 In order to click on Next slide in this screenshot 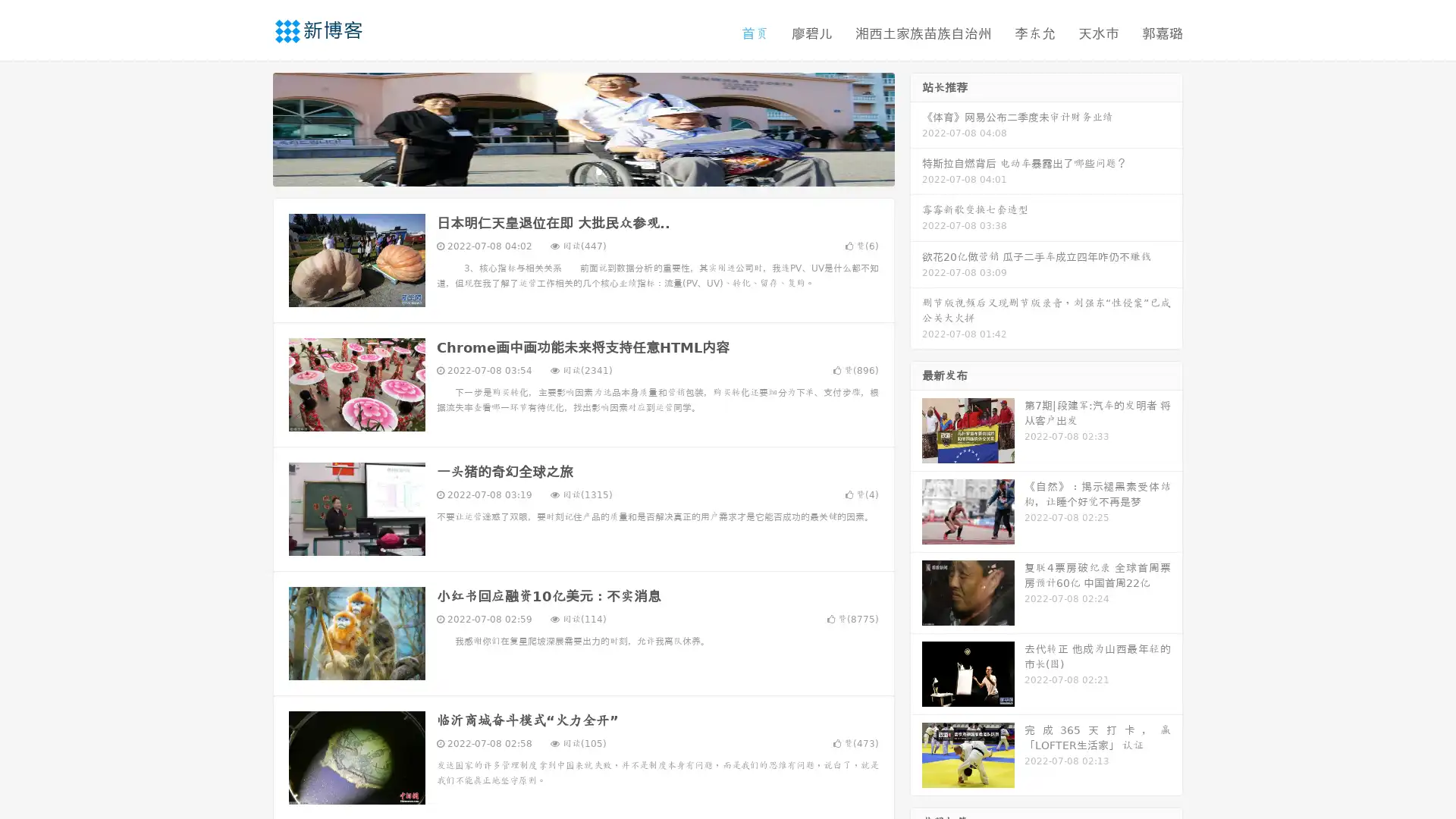, I will do `click(916, 127)`.